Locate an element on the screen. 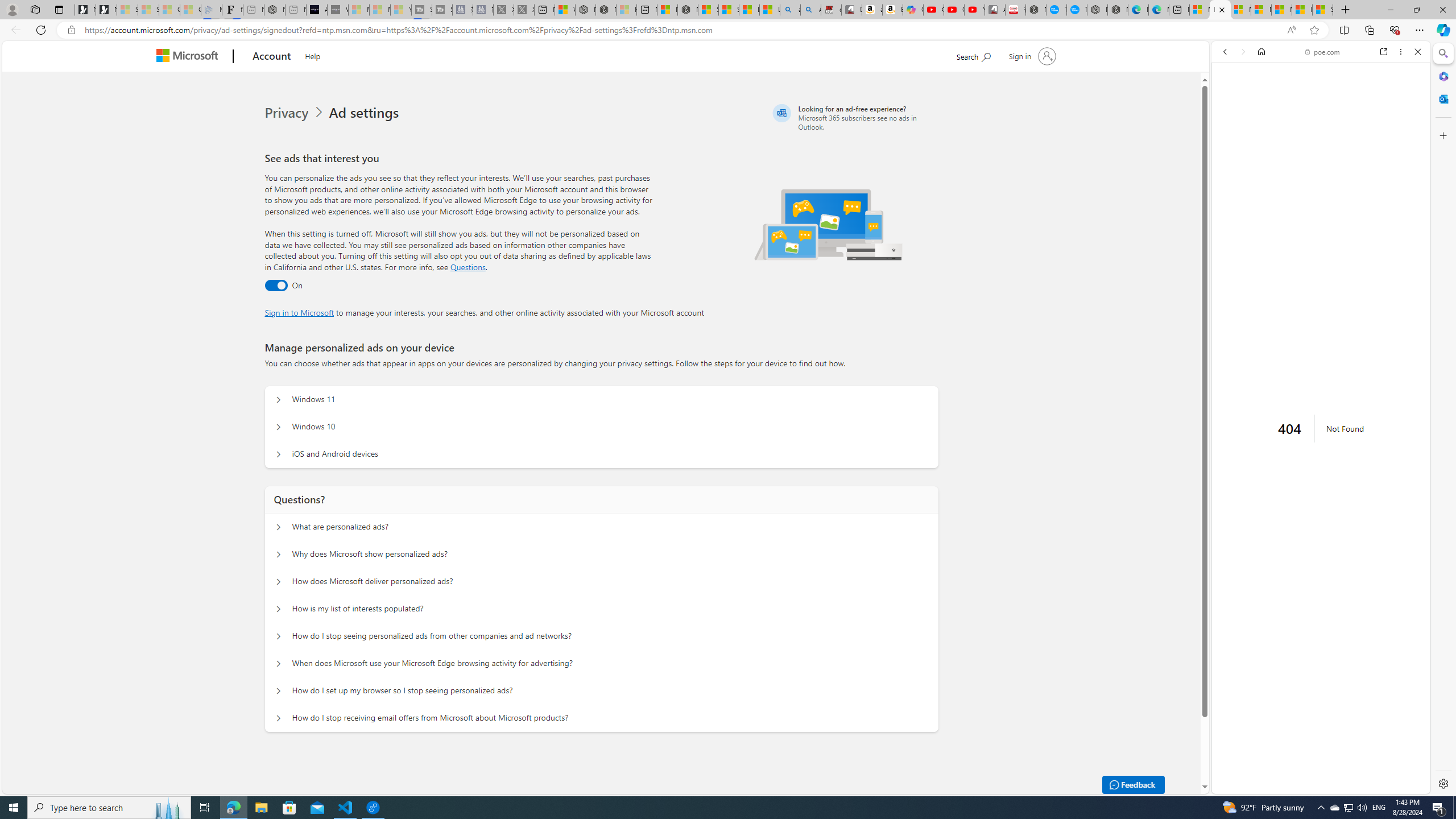  'Privacy' is located at coordinates (287, 113).